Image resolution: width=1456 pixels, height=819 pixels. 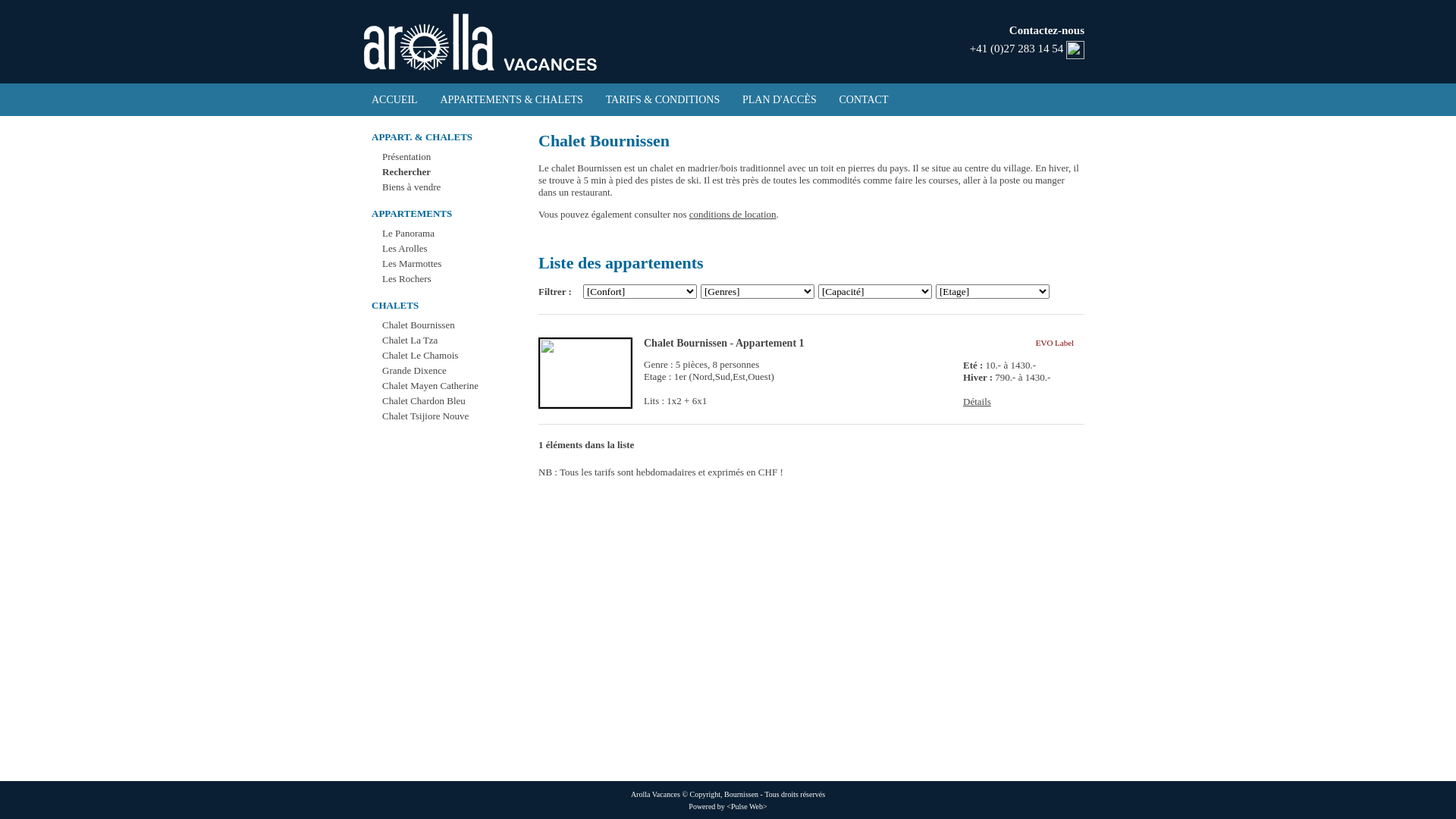 What do you see at coordinates (864, 99) in the screenshot?
I see `'CONTACT'` at bounding box center [864, 99].